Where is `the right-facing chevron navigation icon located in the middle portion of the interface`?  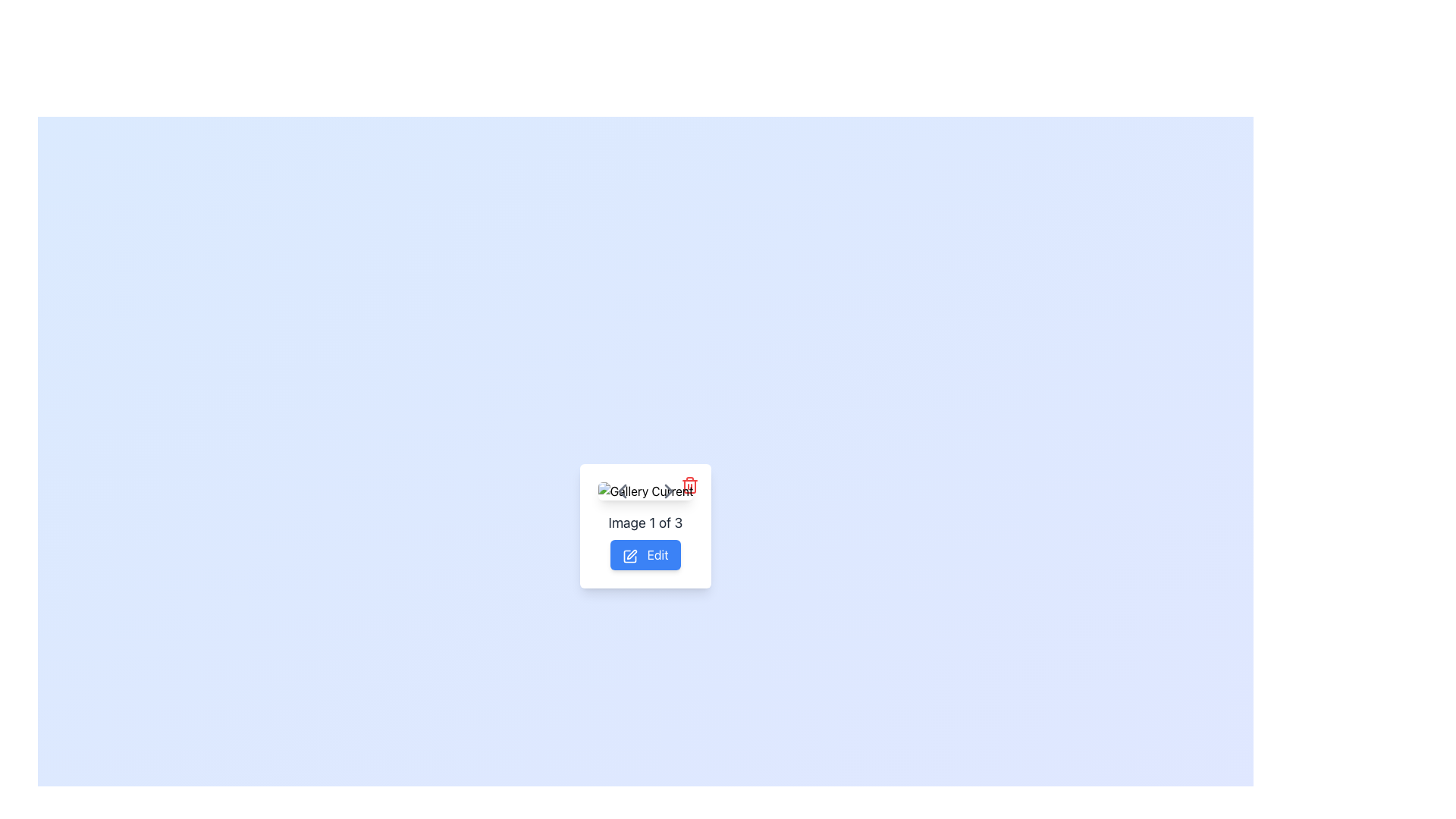 the right-facing chevron navigation icon located in the middle portion of the interface is located at coordinates (668, 491).